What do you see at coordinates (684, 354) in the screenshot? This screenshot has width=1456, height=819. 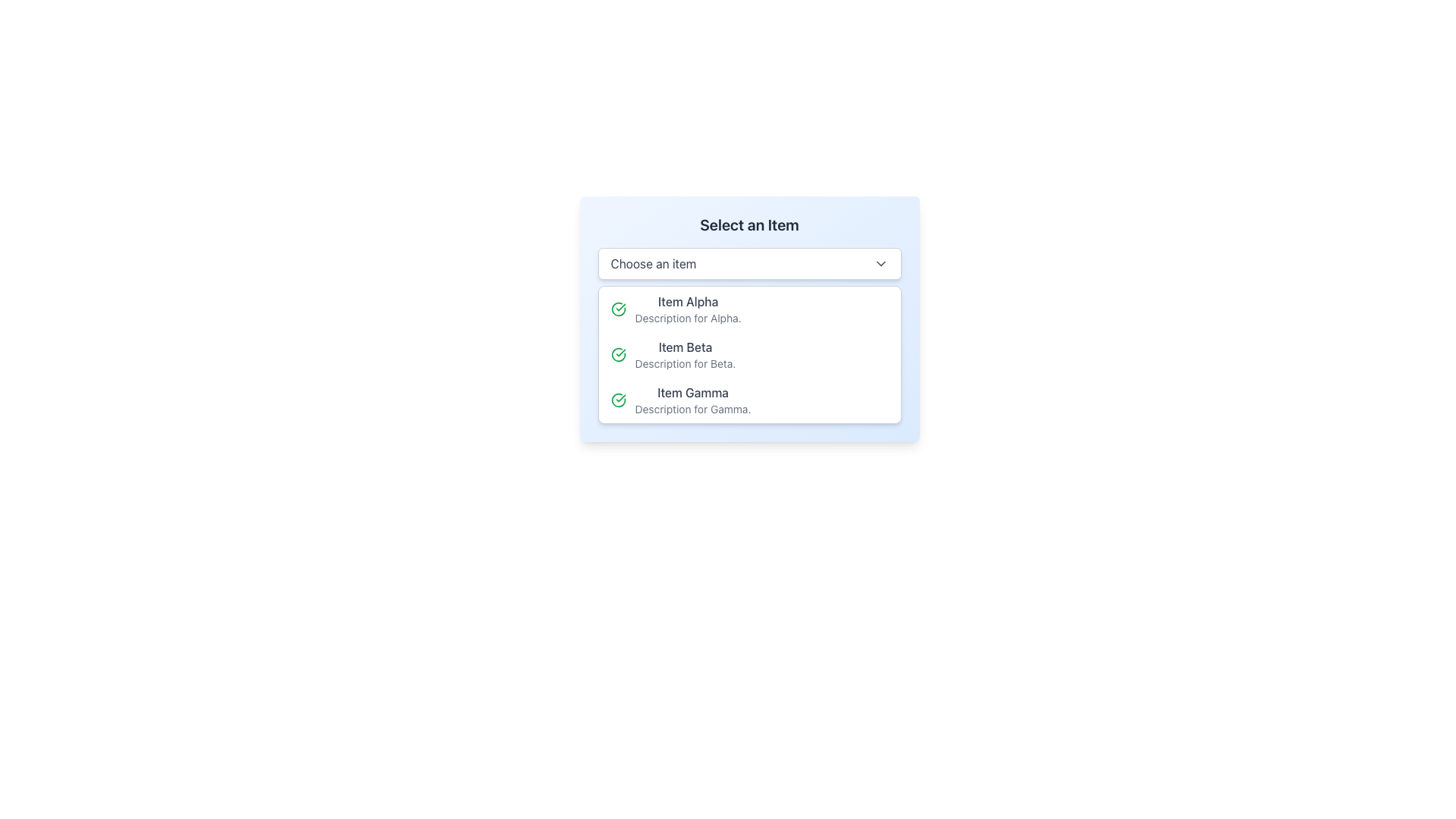 I see `the list item displaying 'Item Beta' and its subtitle 'Description for Beta'` at bounding box center [684, 354].